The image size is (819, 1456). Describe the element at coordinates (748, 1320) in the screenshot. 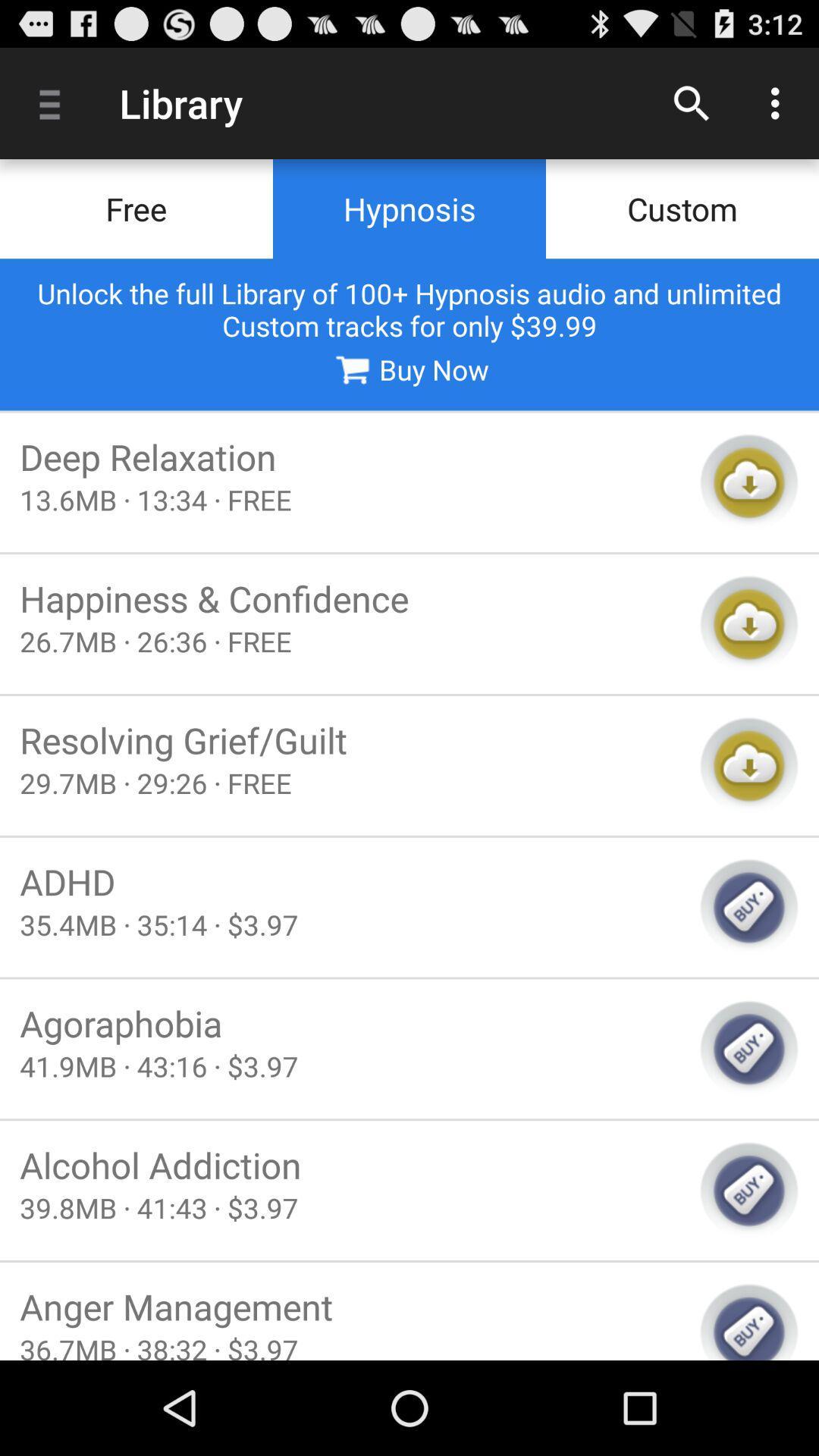

I see `buy anger management book` at that location.